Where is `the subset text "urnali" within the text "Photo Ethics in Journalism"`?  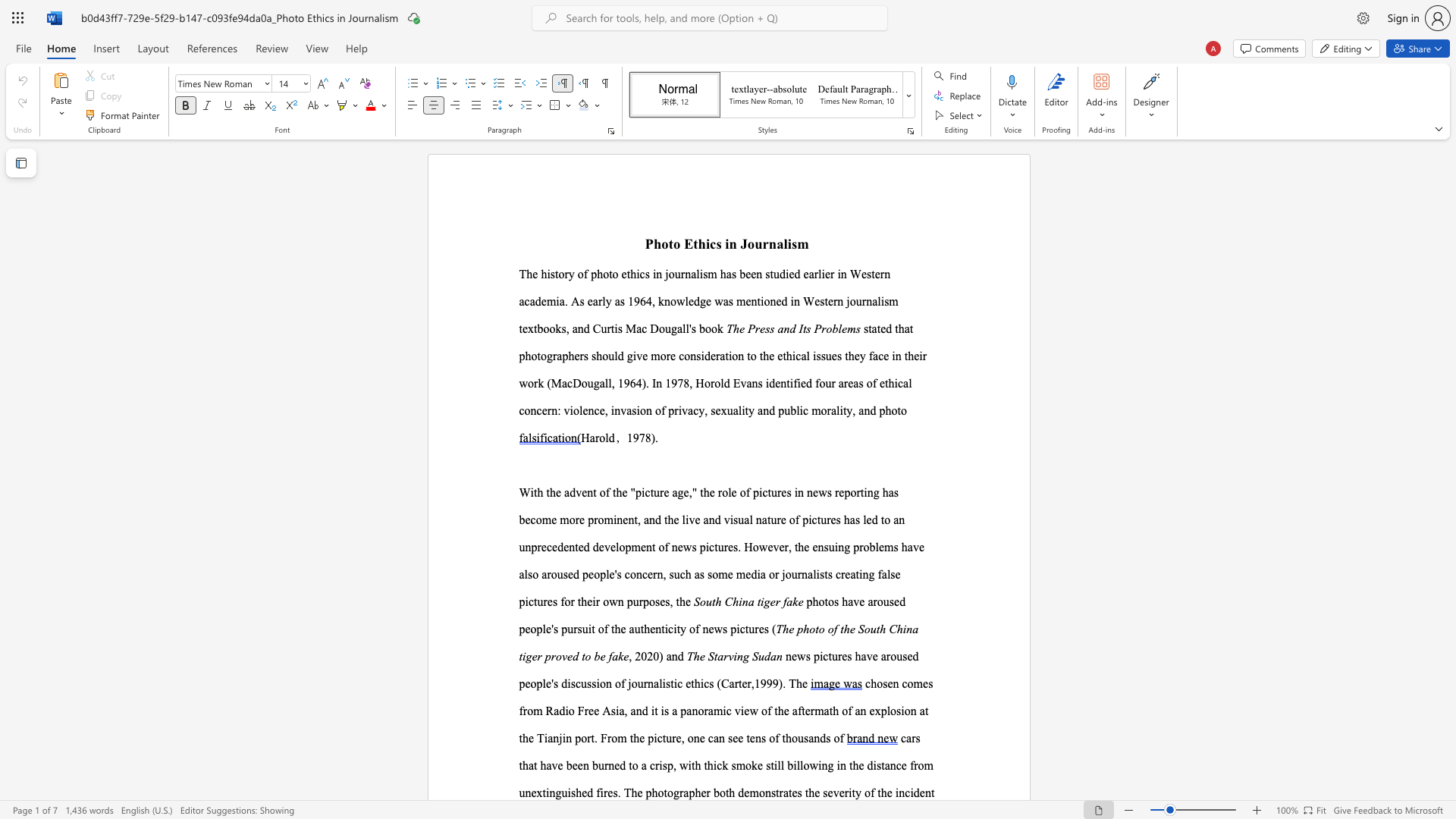
the subset text "urnali" within the text "Photo Ethics in Journalism" is located at coordinates (755, 243).